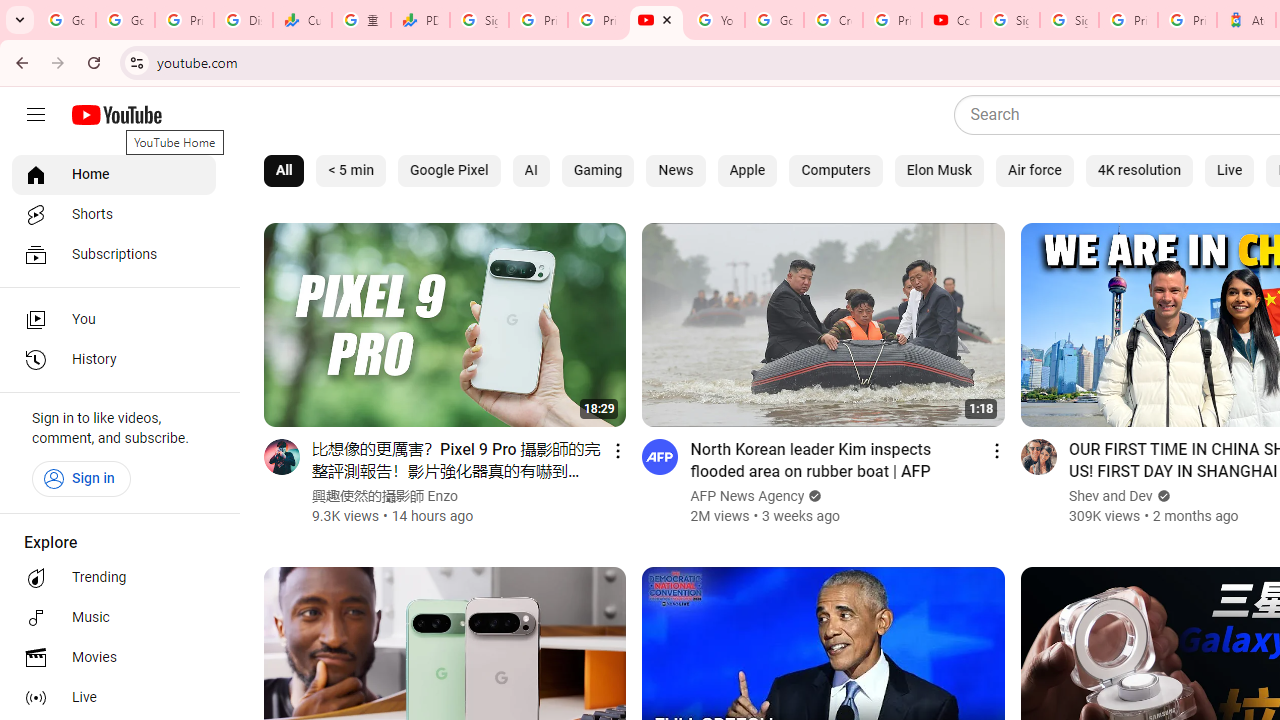 The height and width of the screenshot is (720, 1280). Describe the element at coordinates (596, 20) in the screenshot. I see `'Privacy Checkup'` at that location.